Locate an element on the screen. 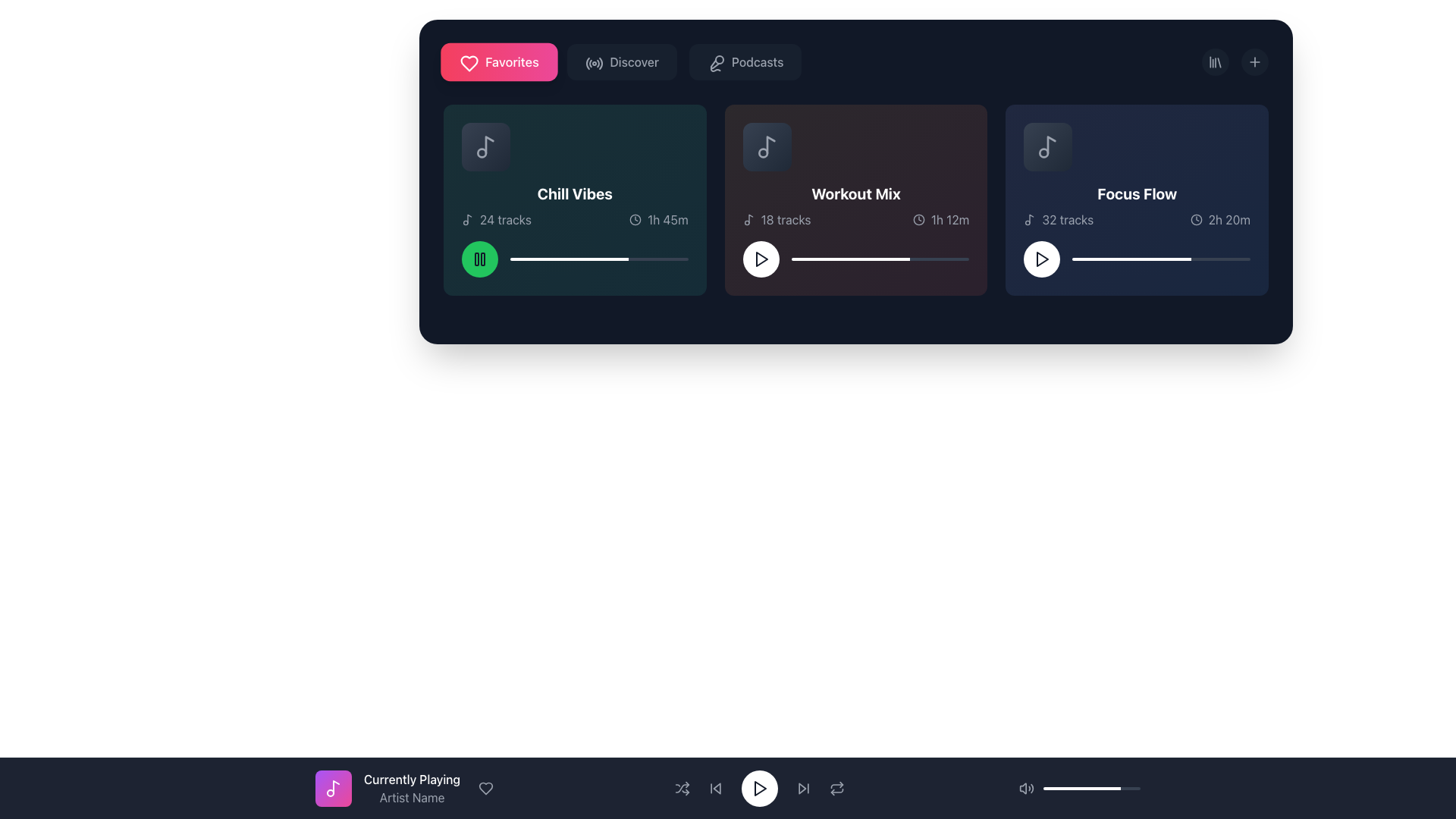 Image resolution: width=1456 pixels, height=819 pixels. the text label indicating the total number of tracks in the 'Chill Vibes' playlist, positioned adjacent to a music note icon and above the playtime indication is located at coordinates (506, 219).